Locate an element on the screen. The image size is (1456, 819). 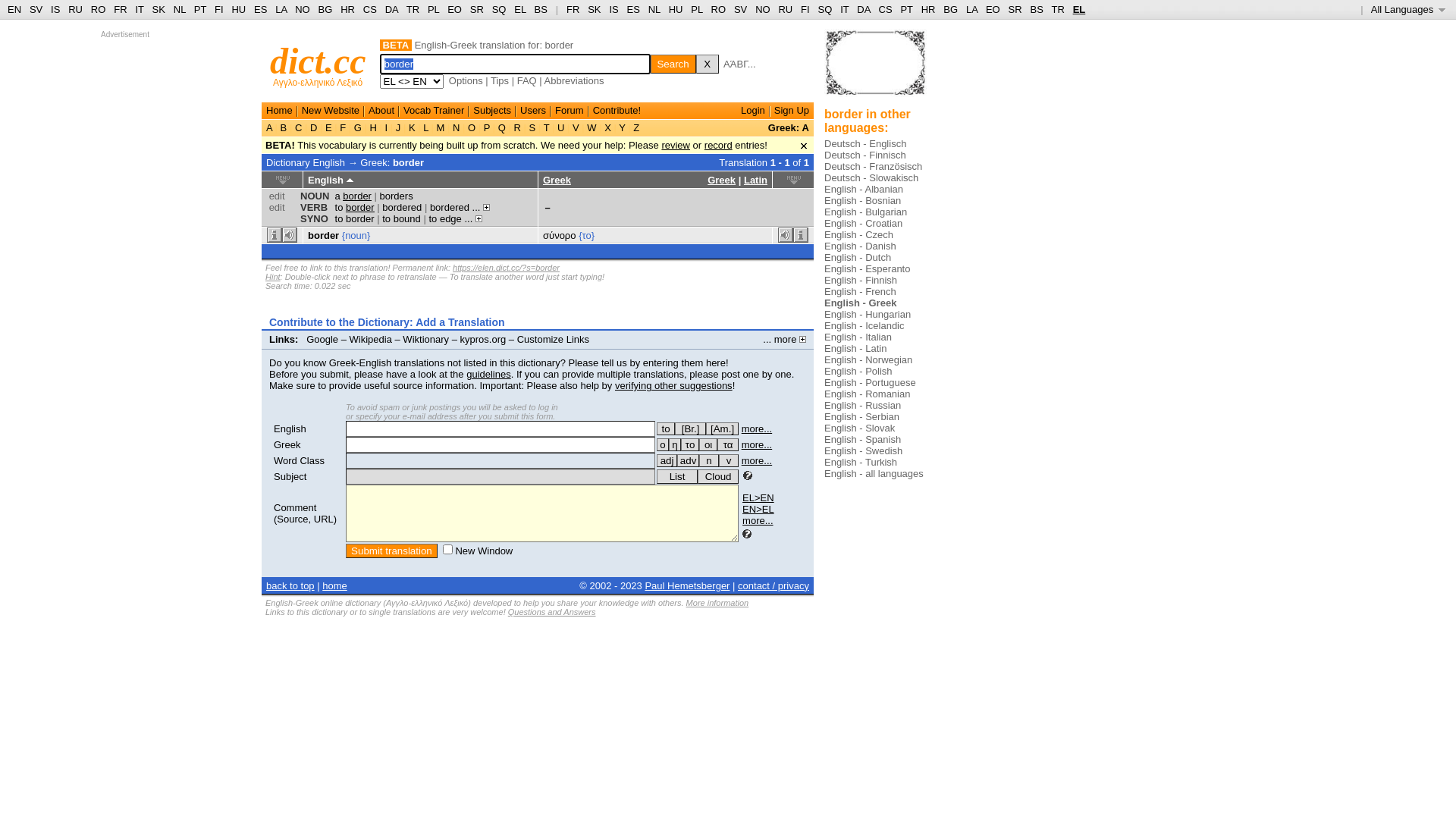
'NL' is located at coordinates (654, 9).